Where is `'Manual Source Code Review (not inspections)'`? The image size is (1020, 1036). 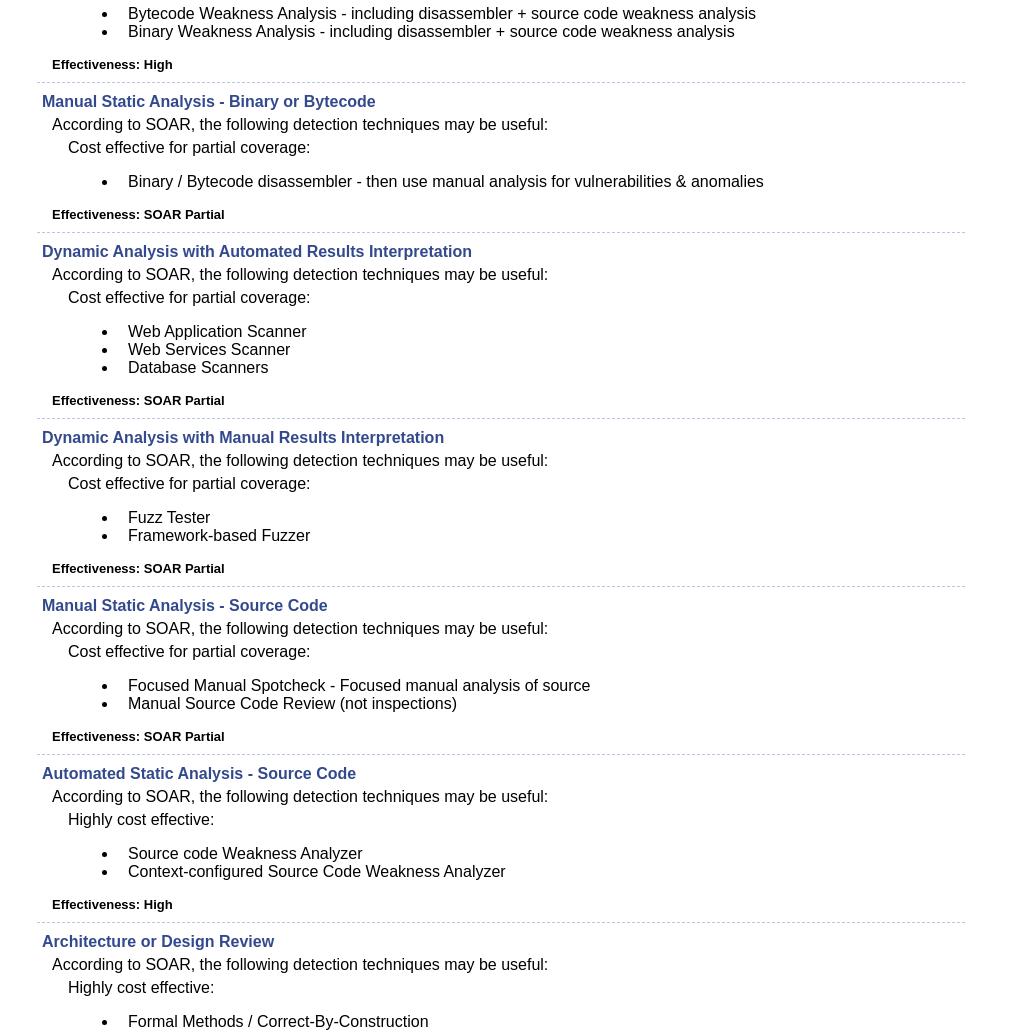
'Manual Source Code Review (not inspections)' is located at coordinates (128, 703).